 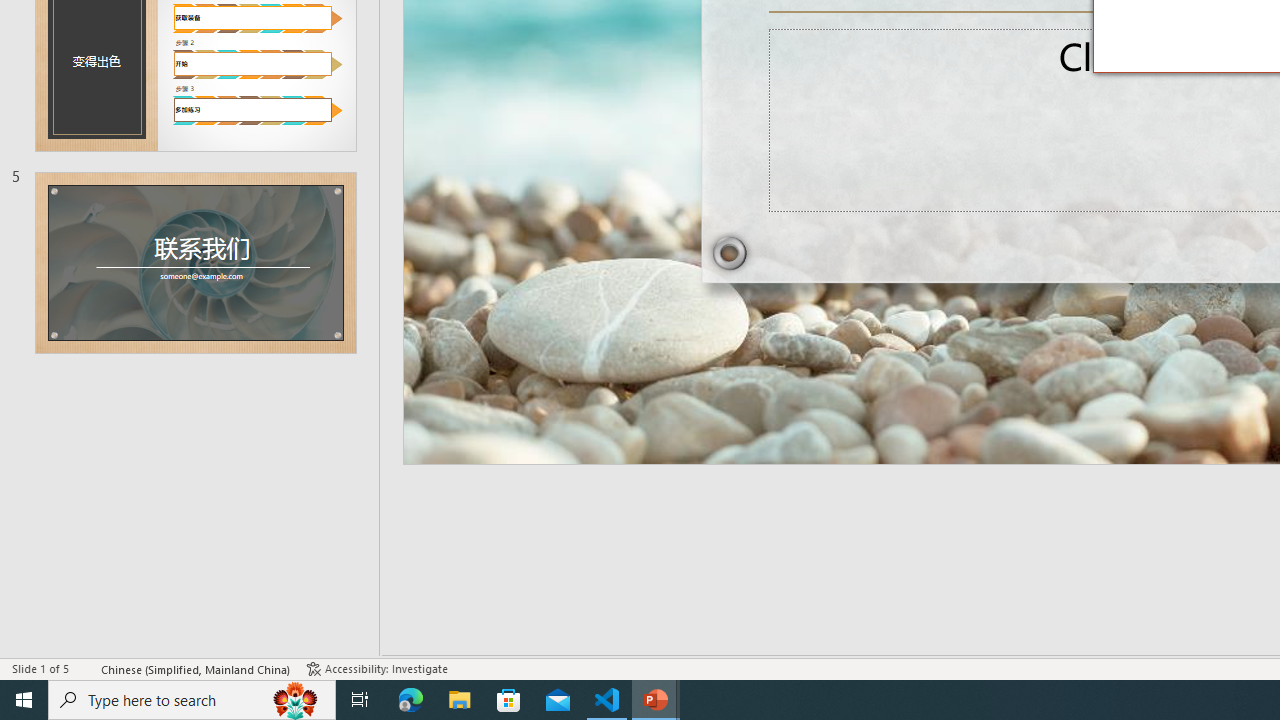 What do you see at coordinates (656, 698) in the screenshot?
I see `'PowerPoint - 2 running windows'` at bounding box center [656, 698].